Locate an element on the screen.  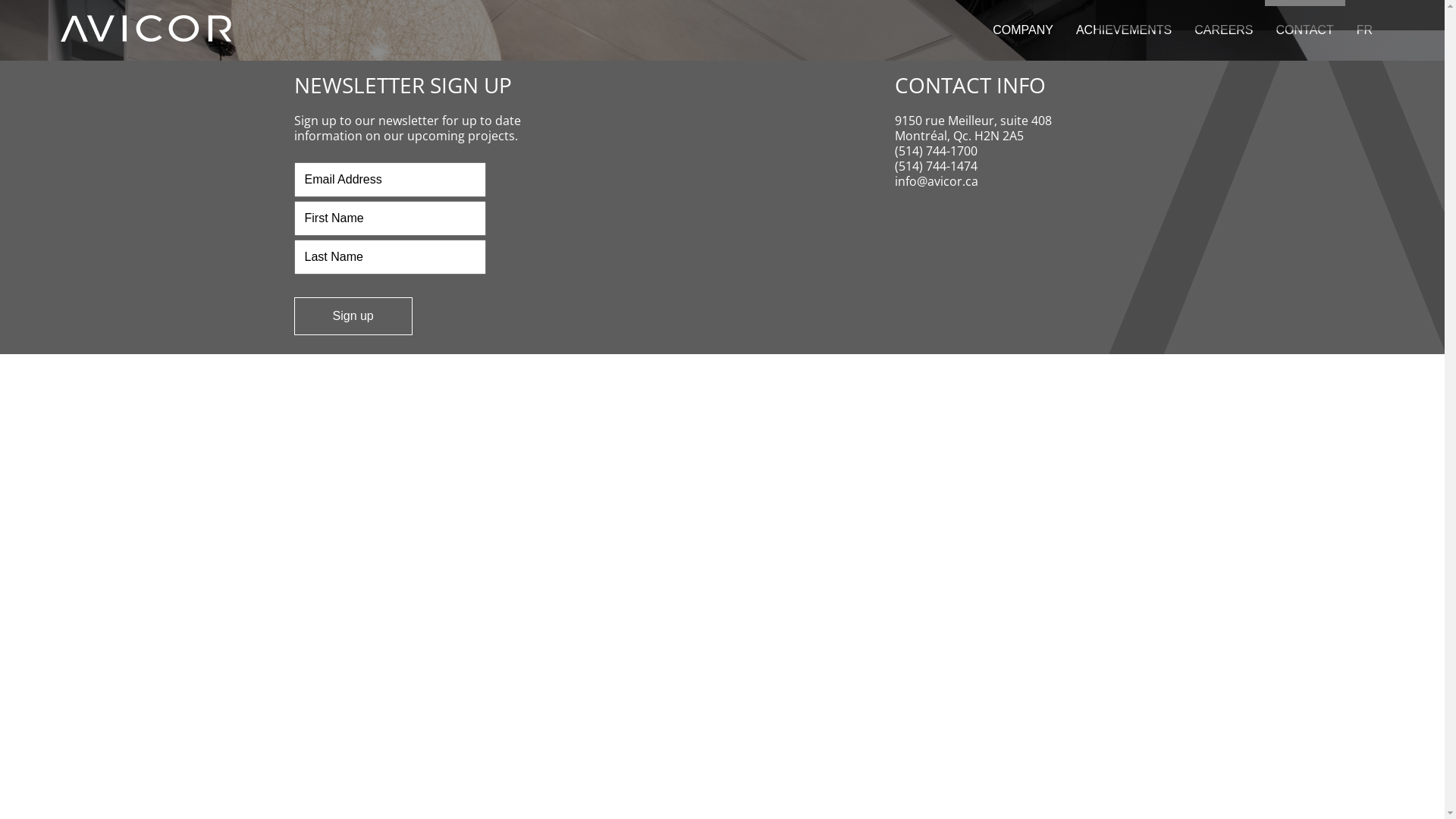
'Sign up' is located at coordinates (352, 315).